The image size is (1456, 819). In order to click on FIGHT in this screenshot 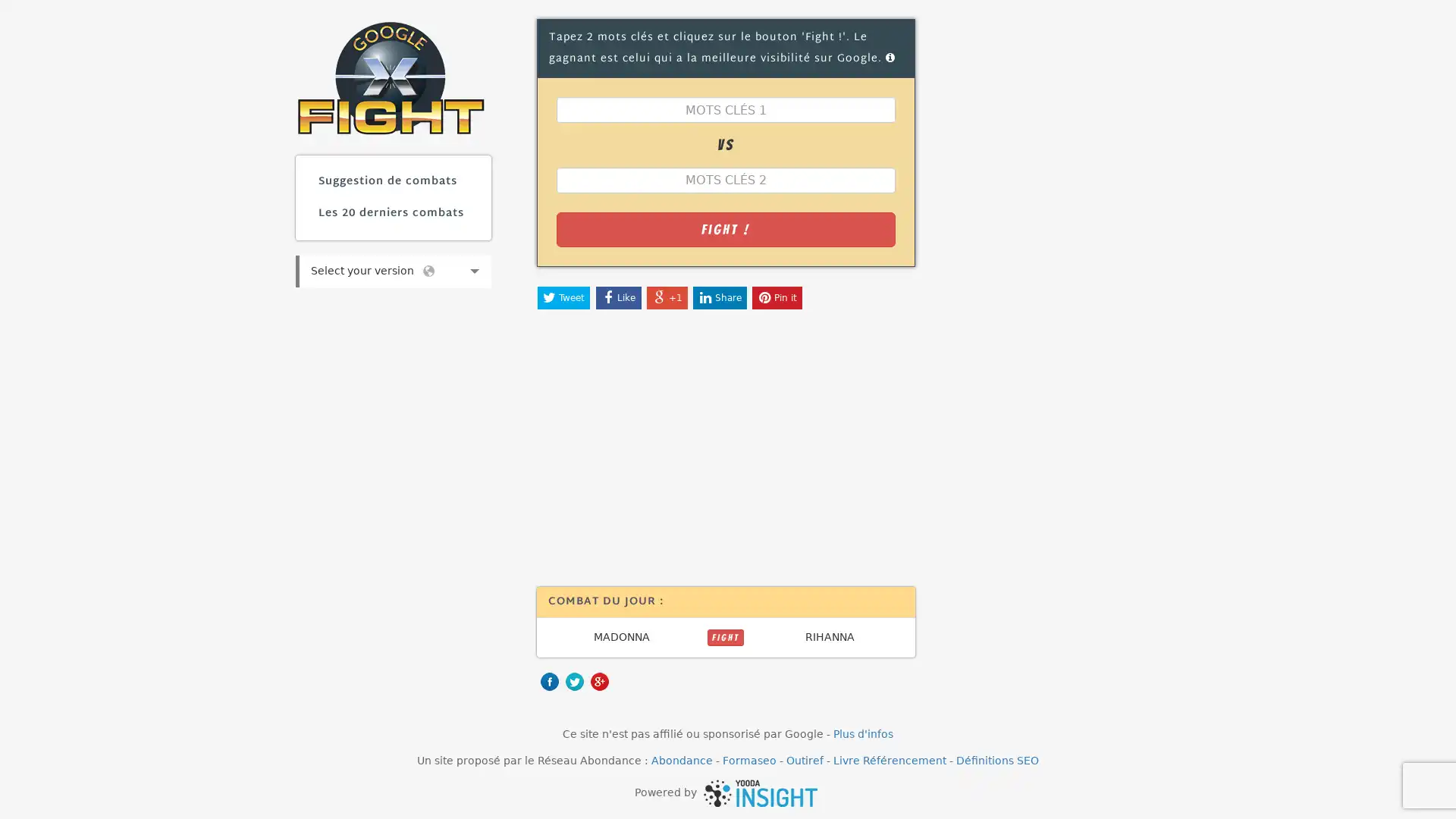, I will do `click(724, 637)`.